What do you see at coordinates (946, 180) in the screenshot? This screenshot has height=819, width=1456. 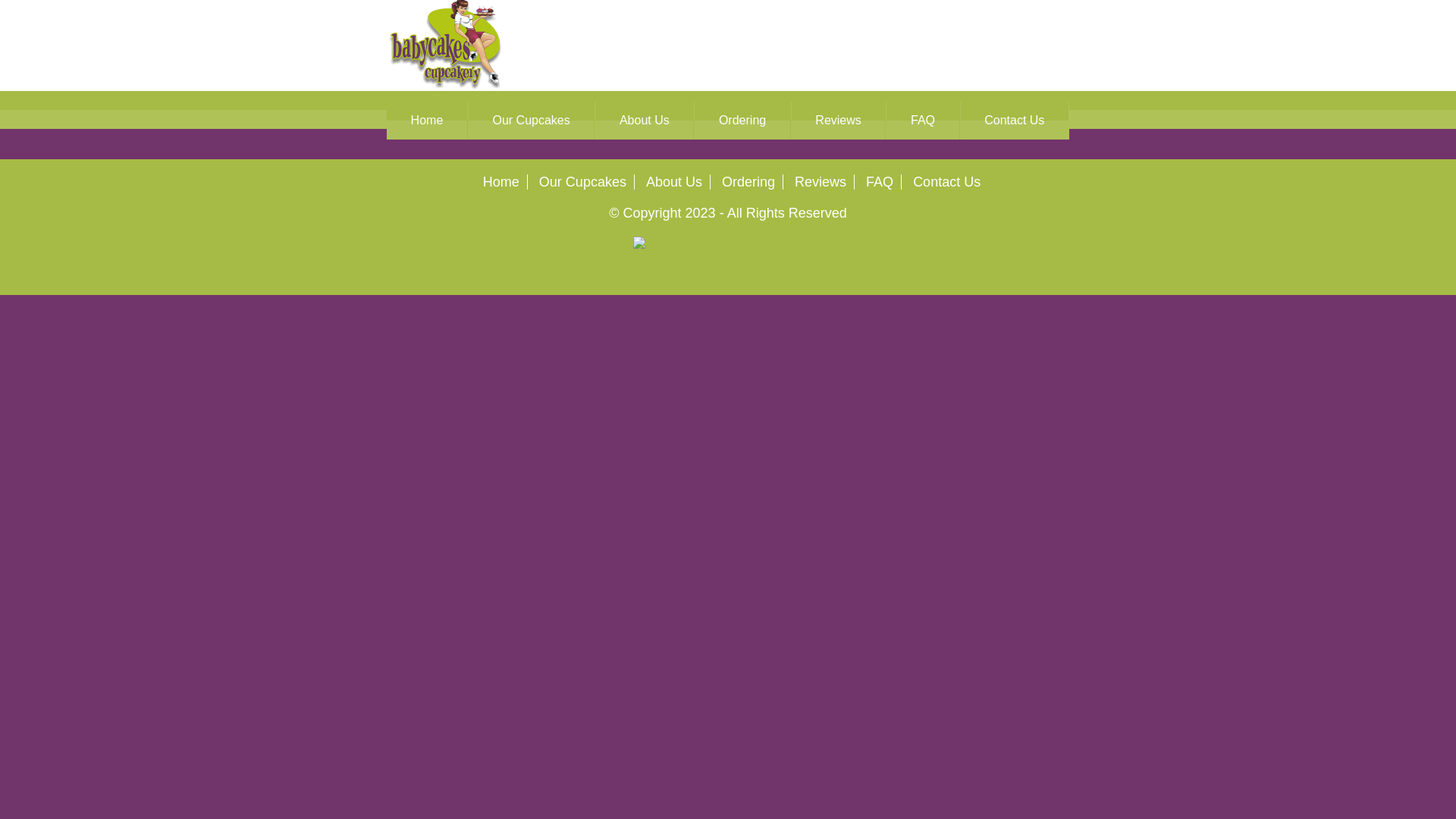 I see `'Contact Us'` at bounding box center [946, 180].